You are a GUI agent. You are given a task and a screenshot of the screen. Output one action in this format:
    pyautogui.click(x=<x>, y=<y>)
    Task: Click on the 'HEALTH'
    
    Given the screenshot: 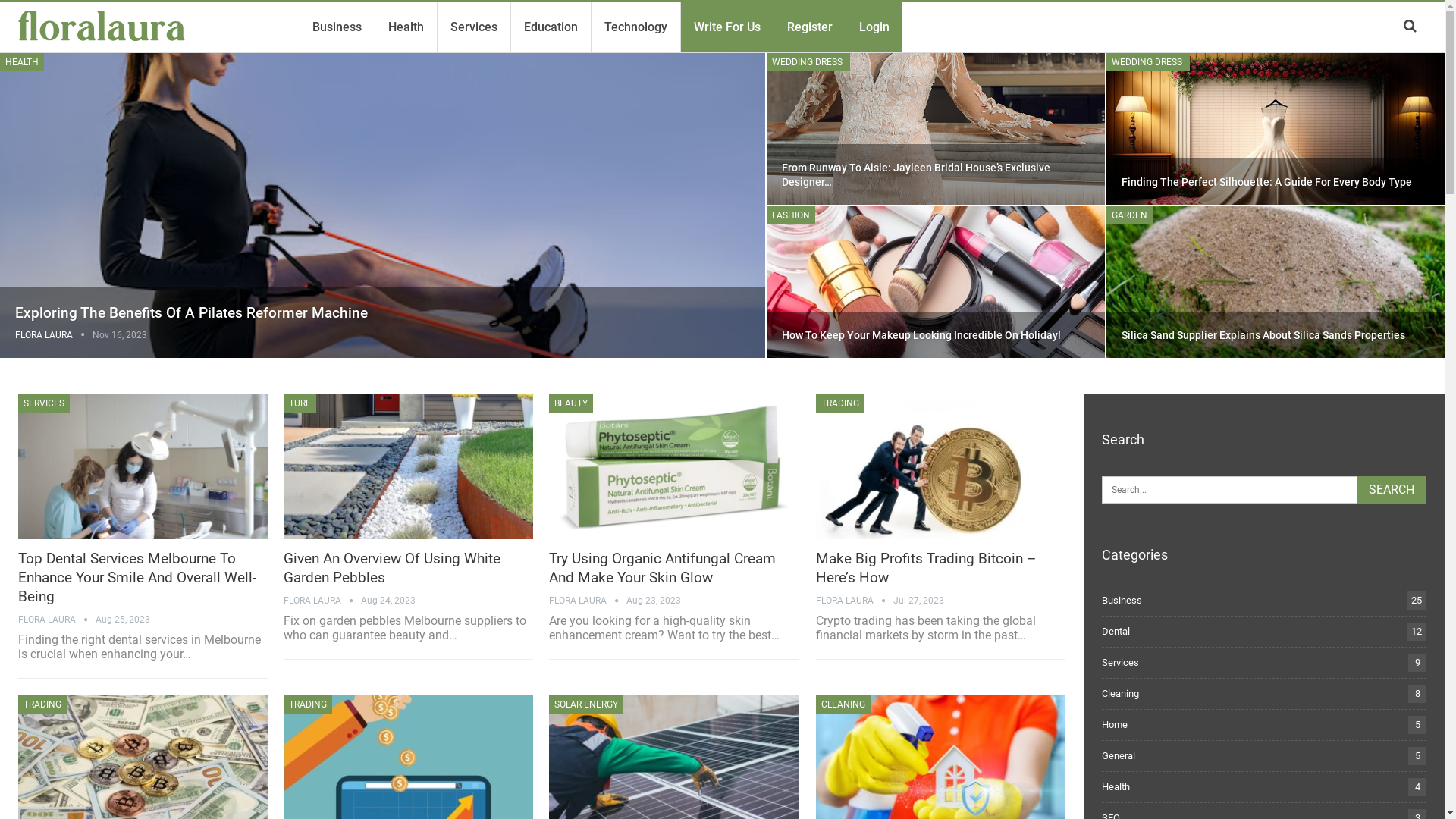 What is the action you would take?
    pyautogui.click(x=0, y=61)
    